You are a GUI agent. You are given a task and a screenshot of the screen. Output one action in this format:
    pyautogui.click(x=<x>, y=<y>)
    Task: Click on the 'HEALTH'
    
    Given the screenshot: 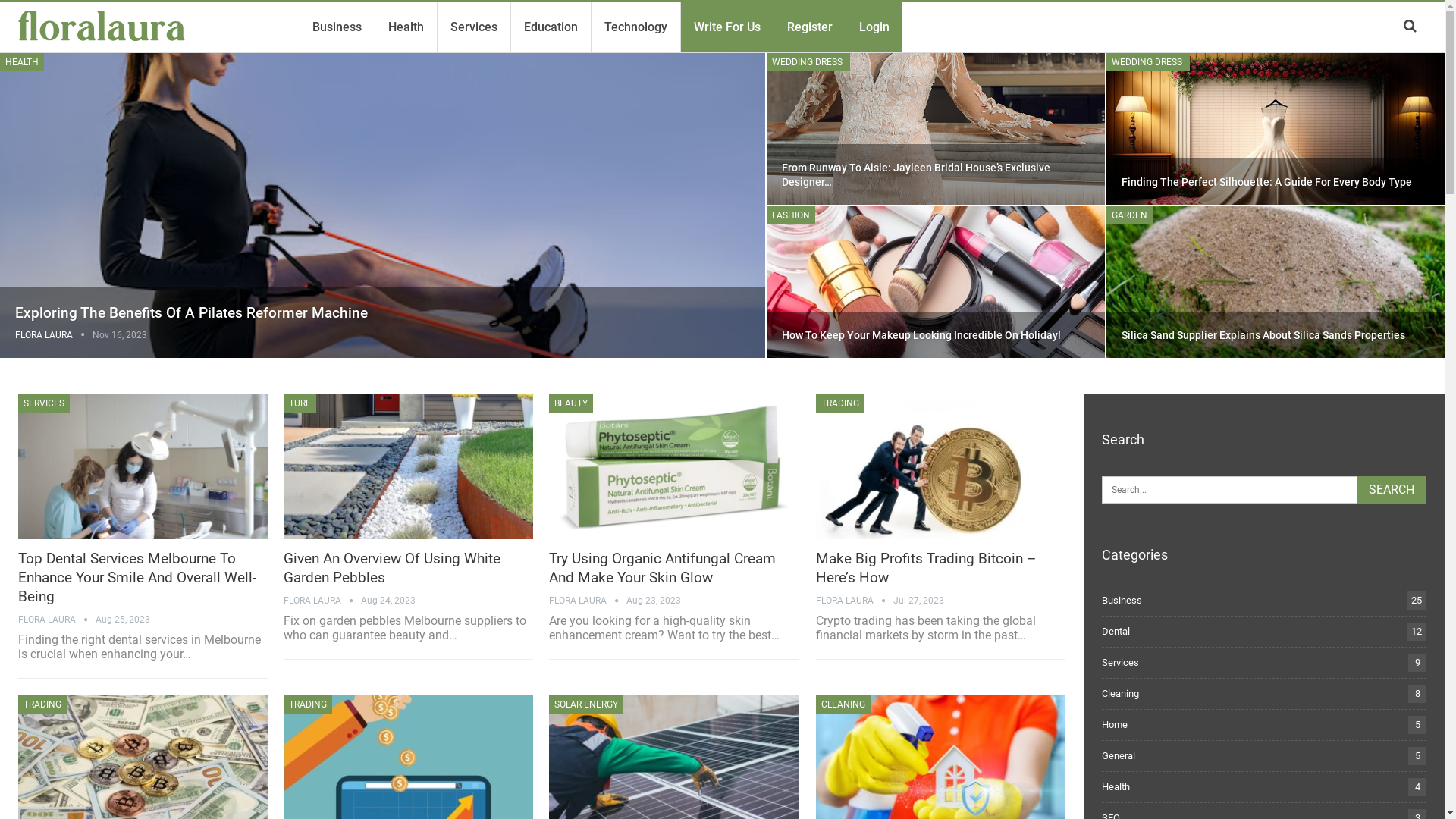 What is the action you would take?
    pyautogui.click(x=0, y=61)
    